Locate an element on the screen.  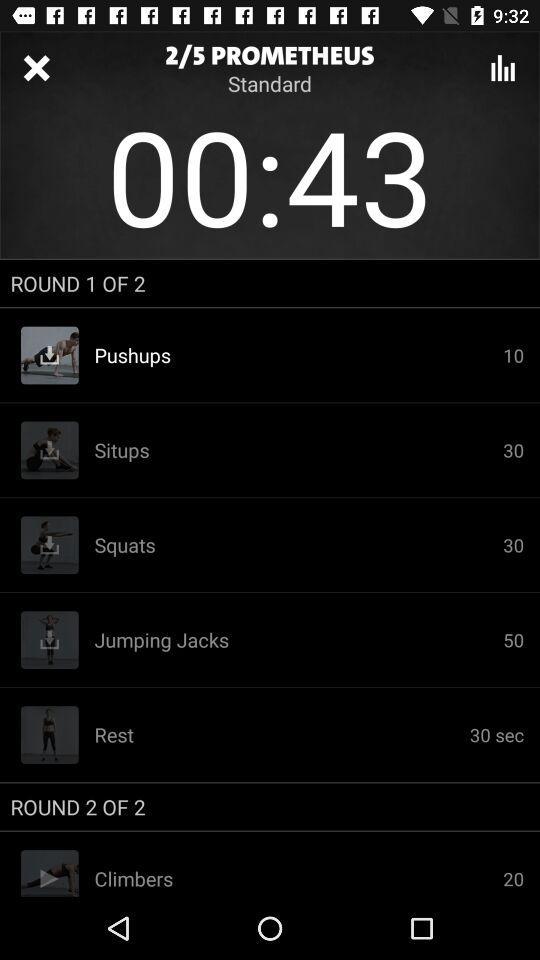
the icon next to 30 item is located at coordinates (297, 545).